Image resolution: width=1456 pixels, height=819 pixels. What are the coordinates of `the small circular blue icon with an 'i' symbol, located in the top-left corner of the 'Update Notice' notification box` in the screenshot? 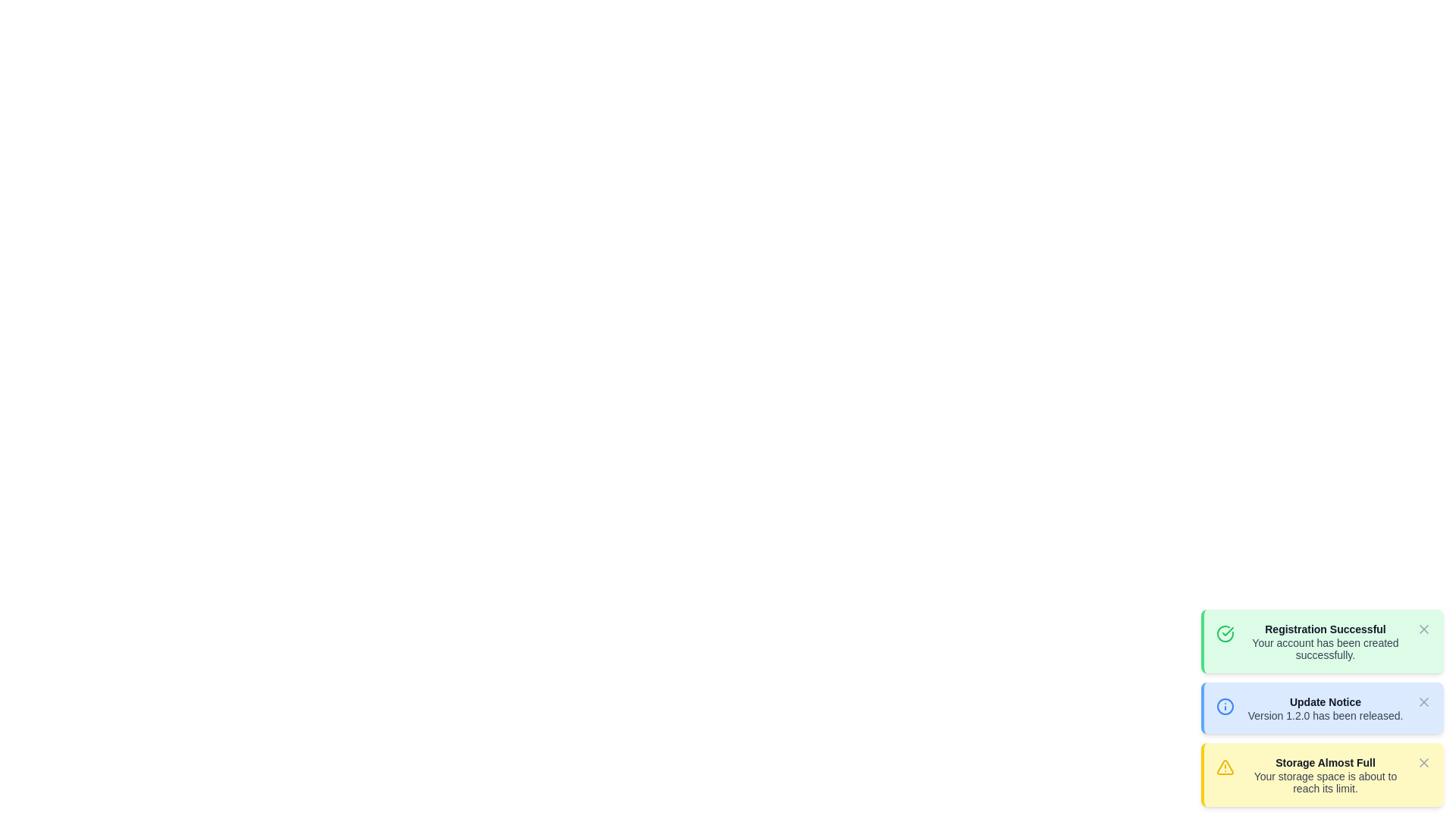 It's located at (1225, 704).